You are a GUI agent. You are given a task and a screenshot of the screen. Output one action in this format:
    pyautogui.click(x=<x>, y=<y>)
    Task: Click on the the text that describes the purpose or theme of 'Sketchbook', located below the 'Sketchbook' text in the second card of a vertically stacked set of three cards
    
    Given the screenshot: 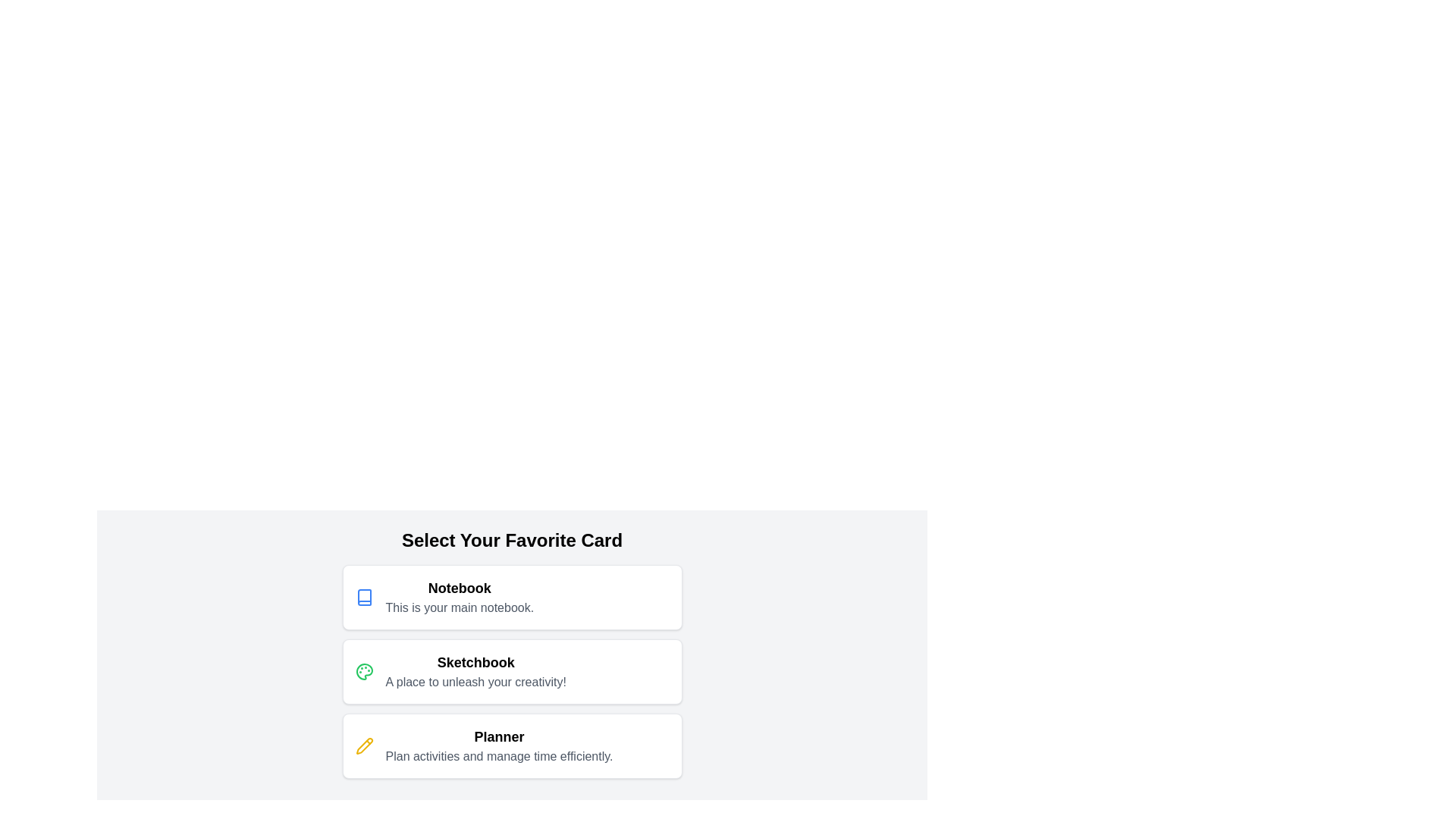 What is the action you would take?
    pyautogui.click(x=475, y=681)
    